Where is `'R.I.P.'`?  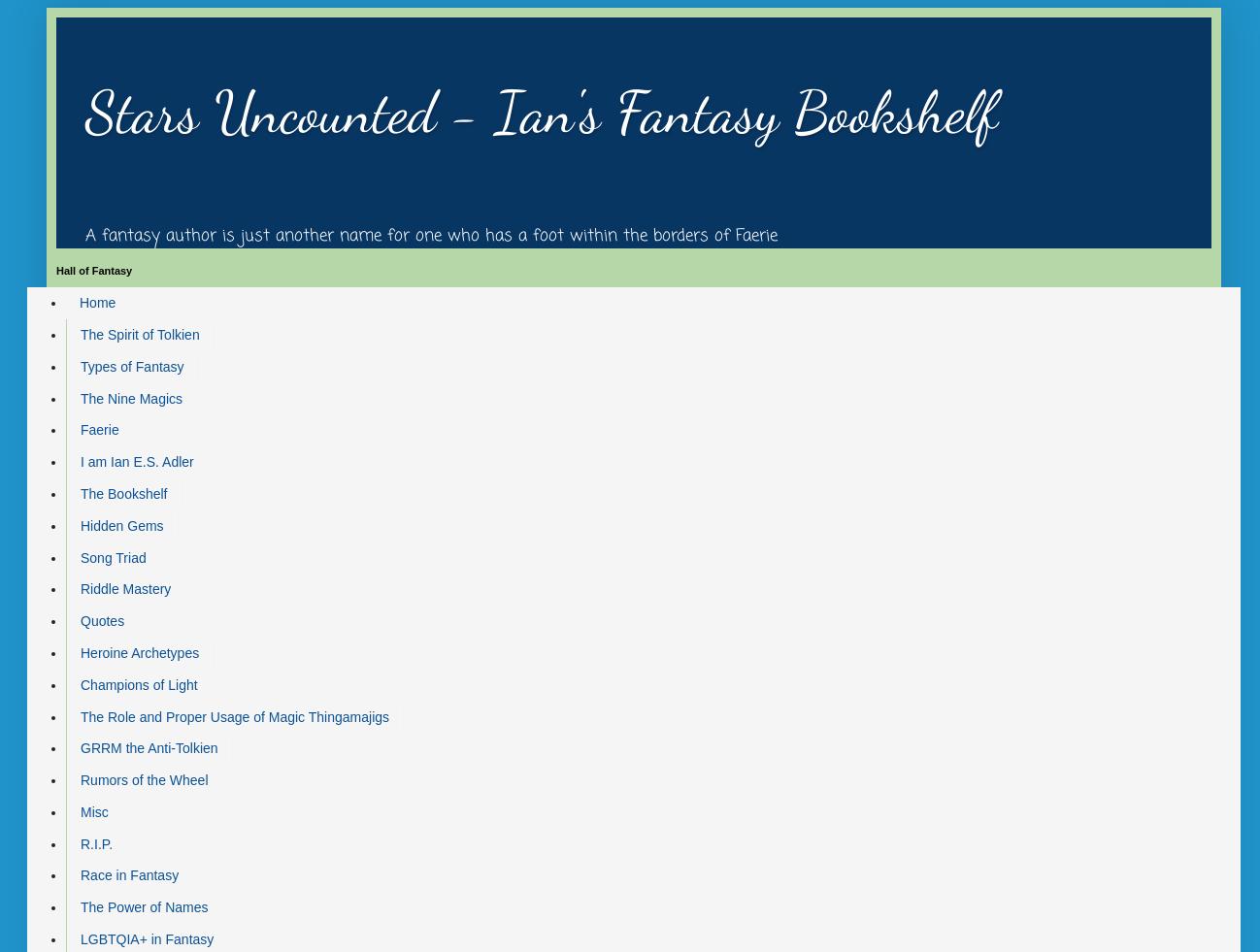 'R.I.P.' is located at coordinates (96, 842).